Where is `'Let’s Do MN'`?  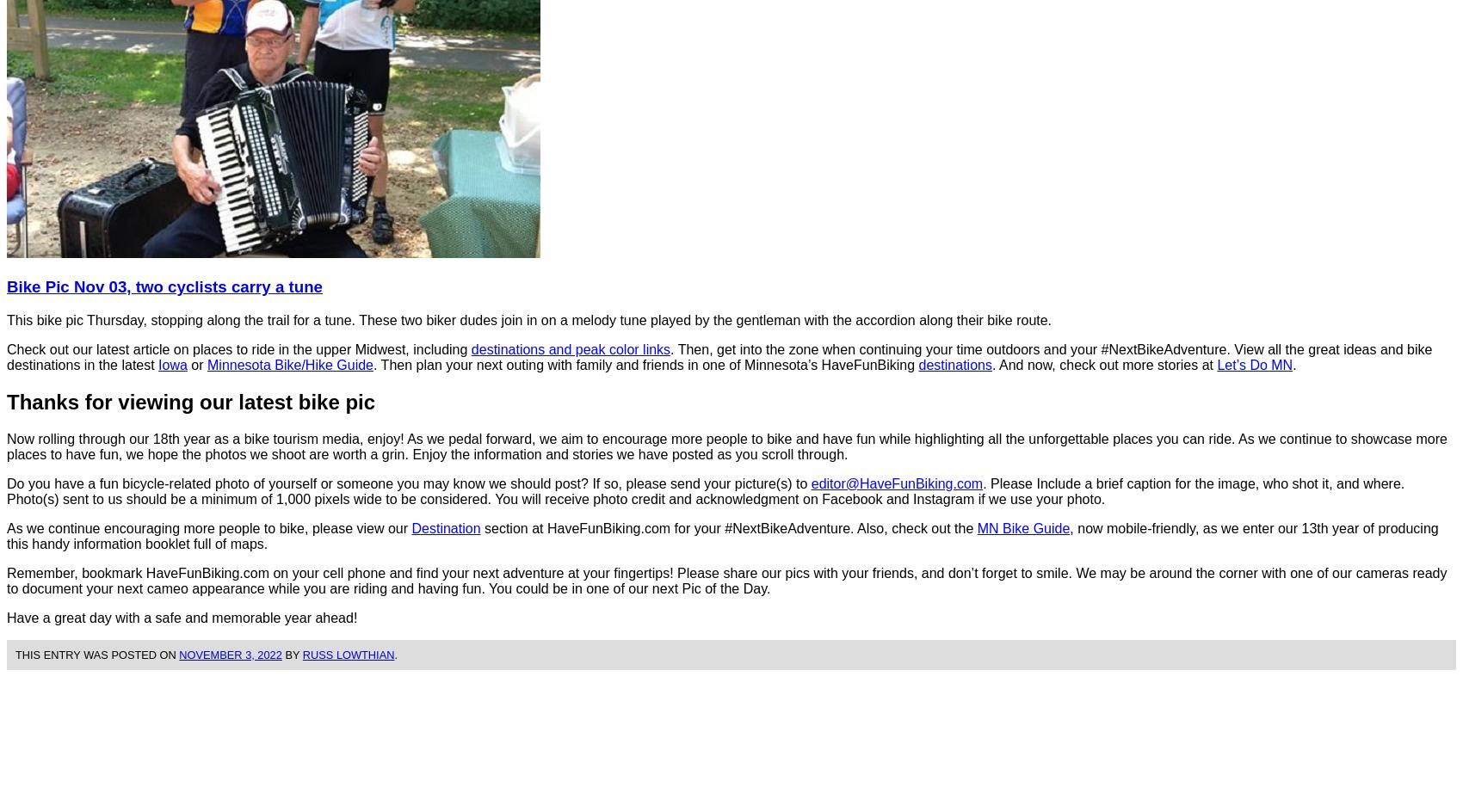 'Let’s Do MN' is located at coordinates (1253, 363).